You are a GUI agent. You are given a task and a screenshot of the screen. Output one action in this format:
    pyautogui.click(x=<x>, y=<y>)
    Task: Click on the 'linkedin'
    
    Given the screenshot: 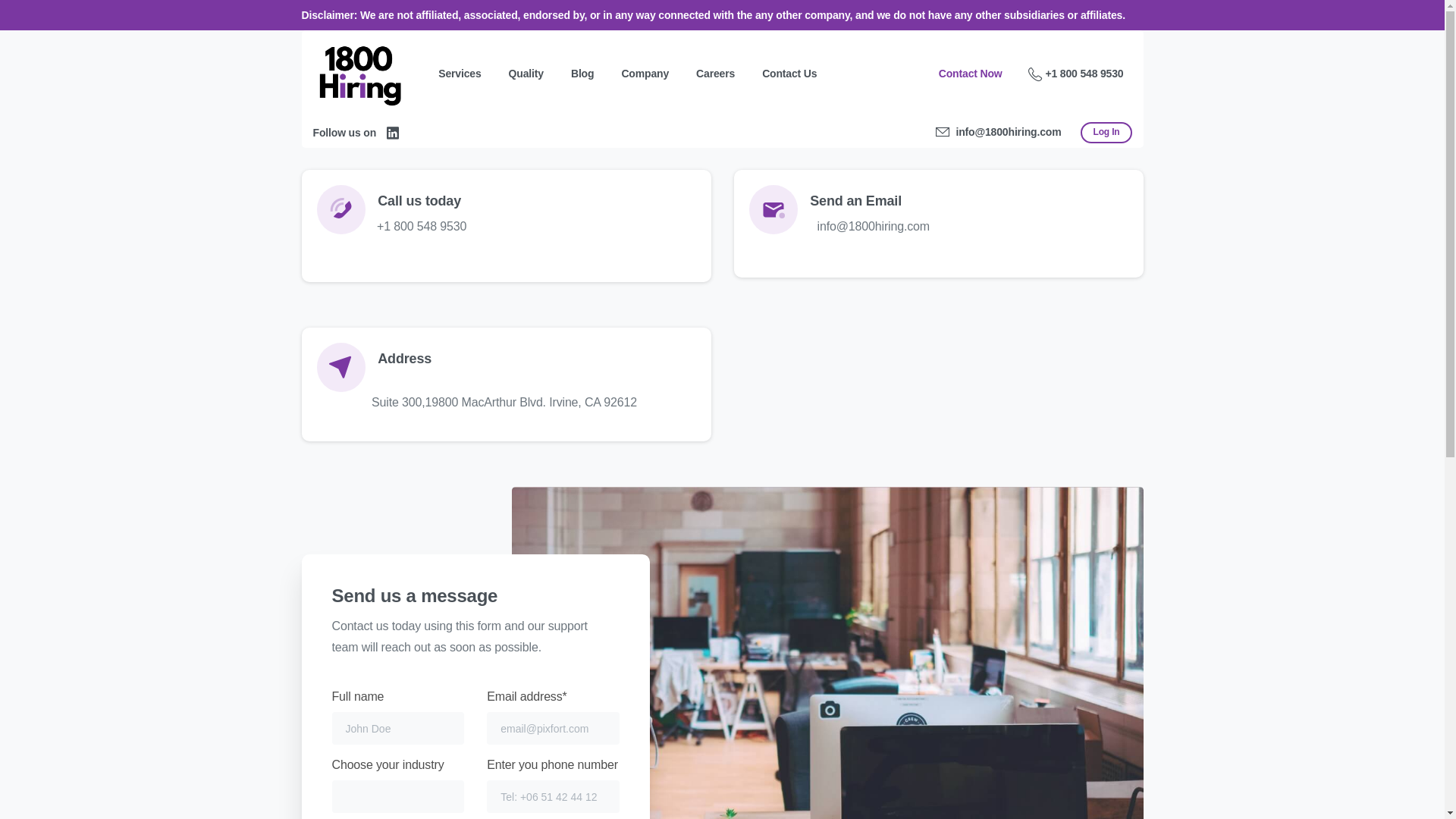 What is the action you would take?
    pyautogui.click(x=393, y=131)
    